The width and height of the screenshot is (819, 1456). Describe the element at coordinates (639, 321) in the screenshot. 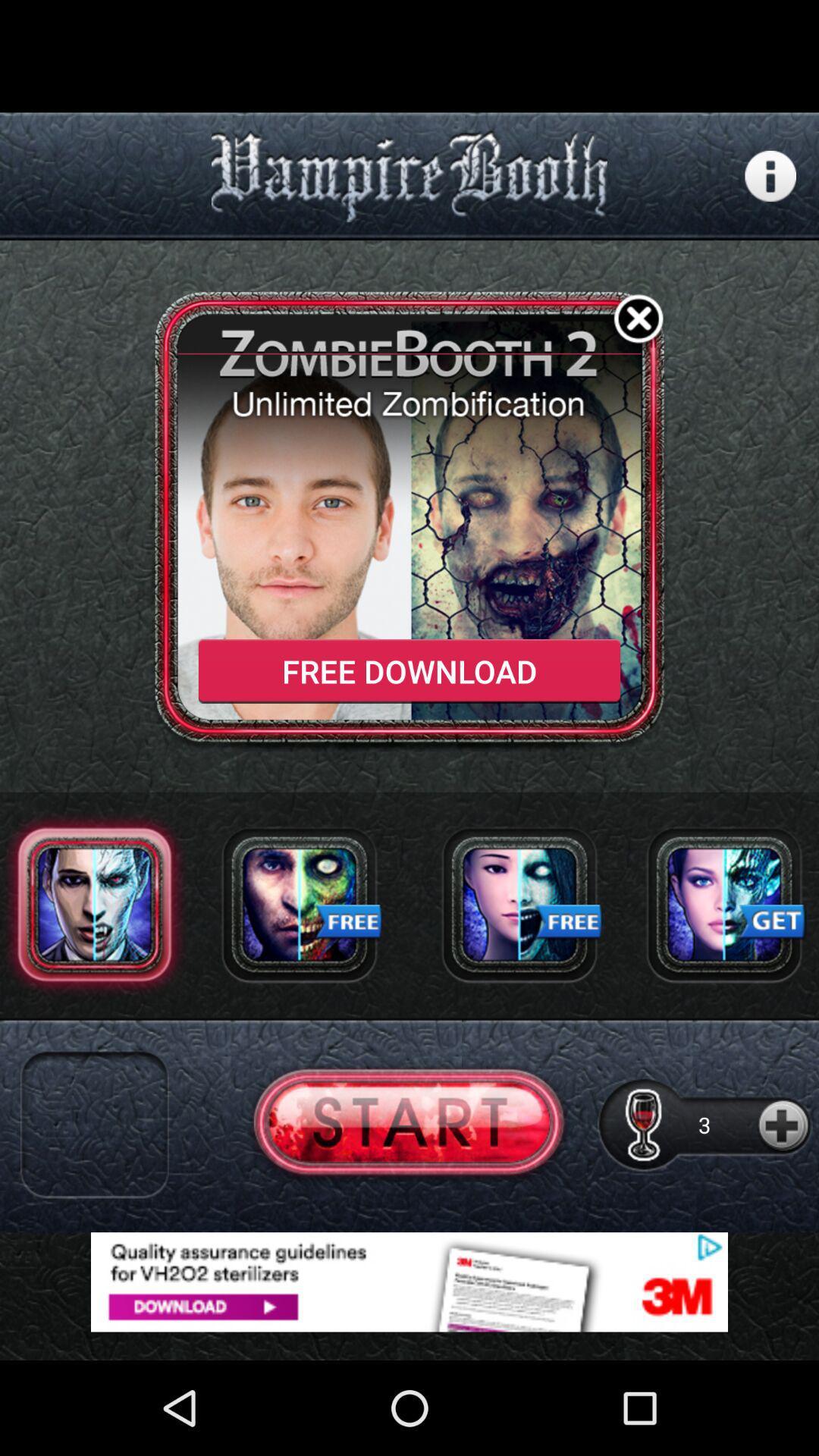

I see `close button` at that location.